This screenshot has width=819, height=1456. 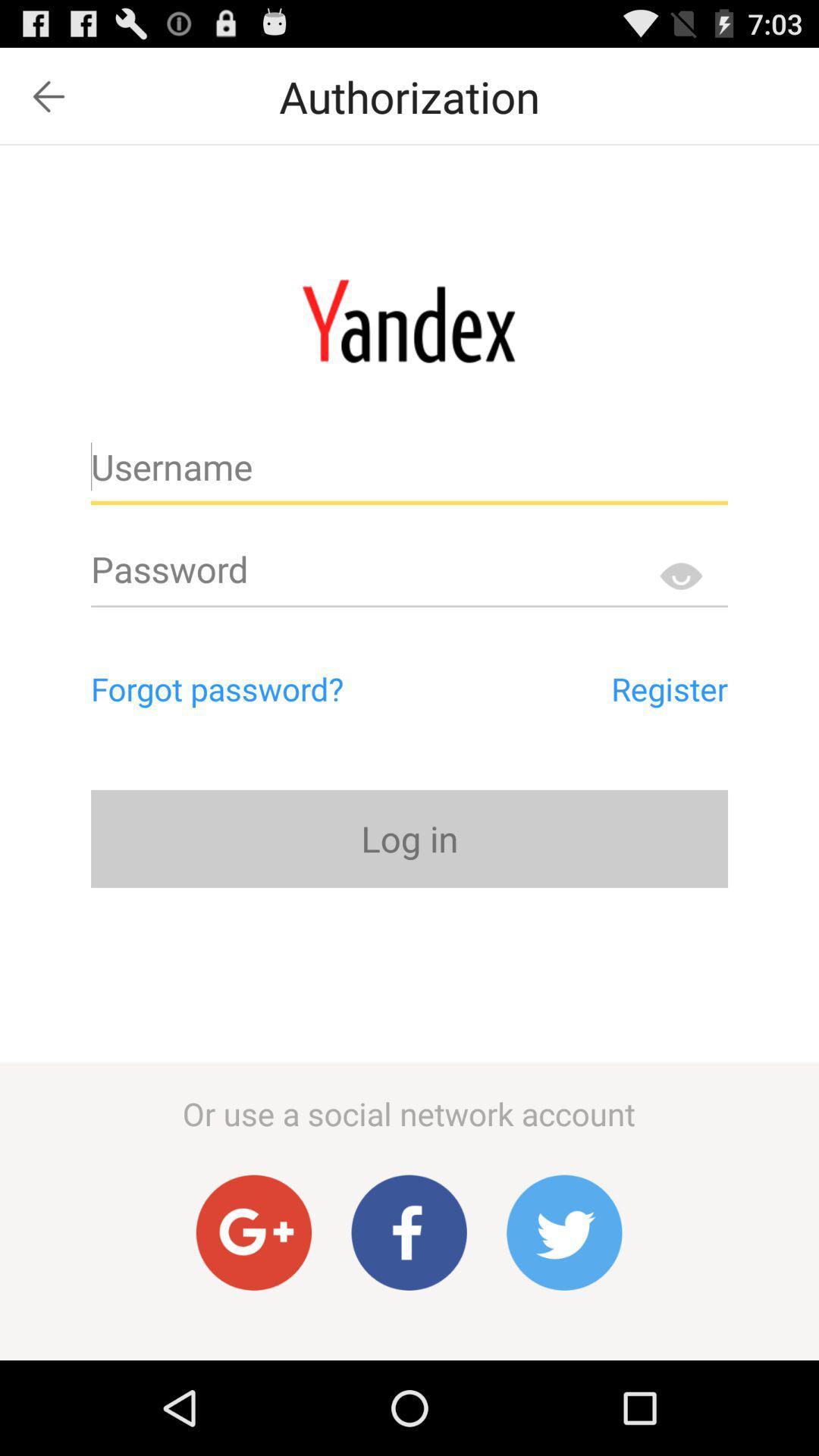 I want to click on icon at the top left corner, so click(x=48, y=96).